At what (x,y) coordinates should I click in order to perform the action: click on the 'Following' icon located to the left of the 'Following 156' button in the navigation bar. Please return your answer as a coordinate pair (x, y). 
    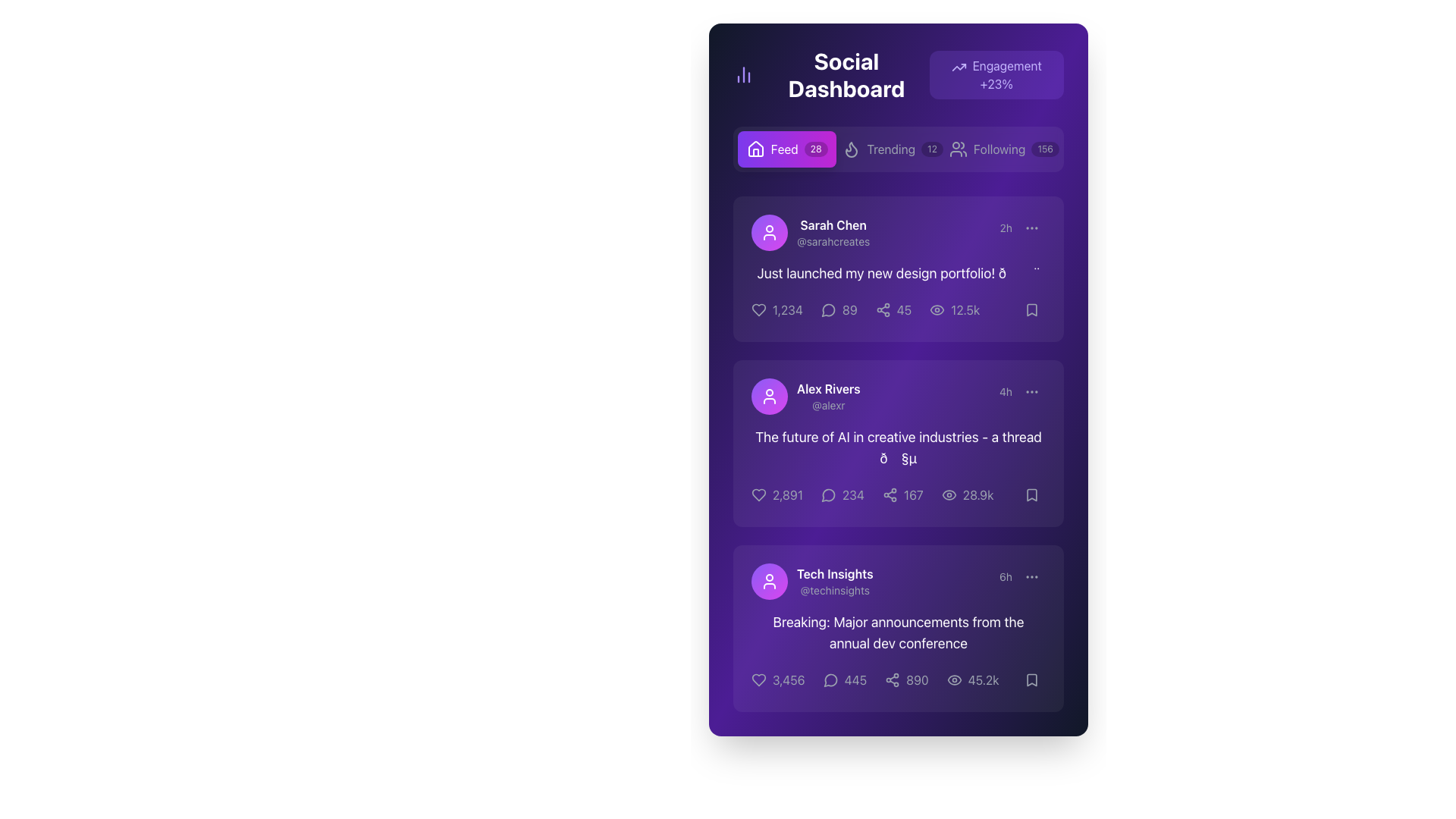
    Looking at the image, I should click on (957, 149).